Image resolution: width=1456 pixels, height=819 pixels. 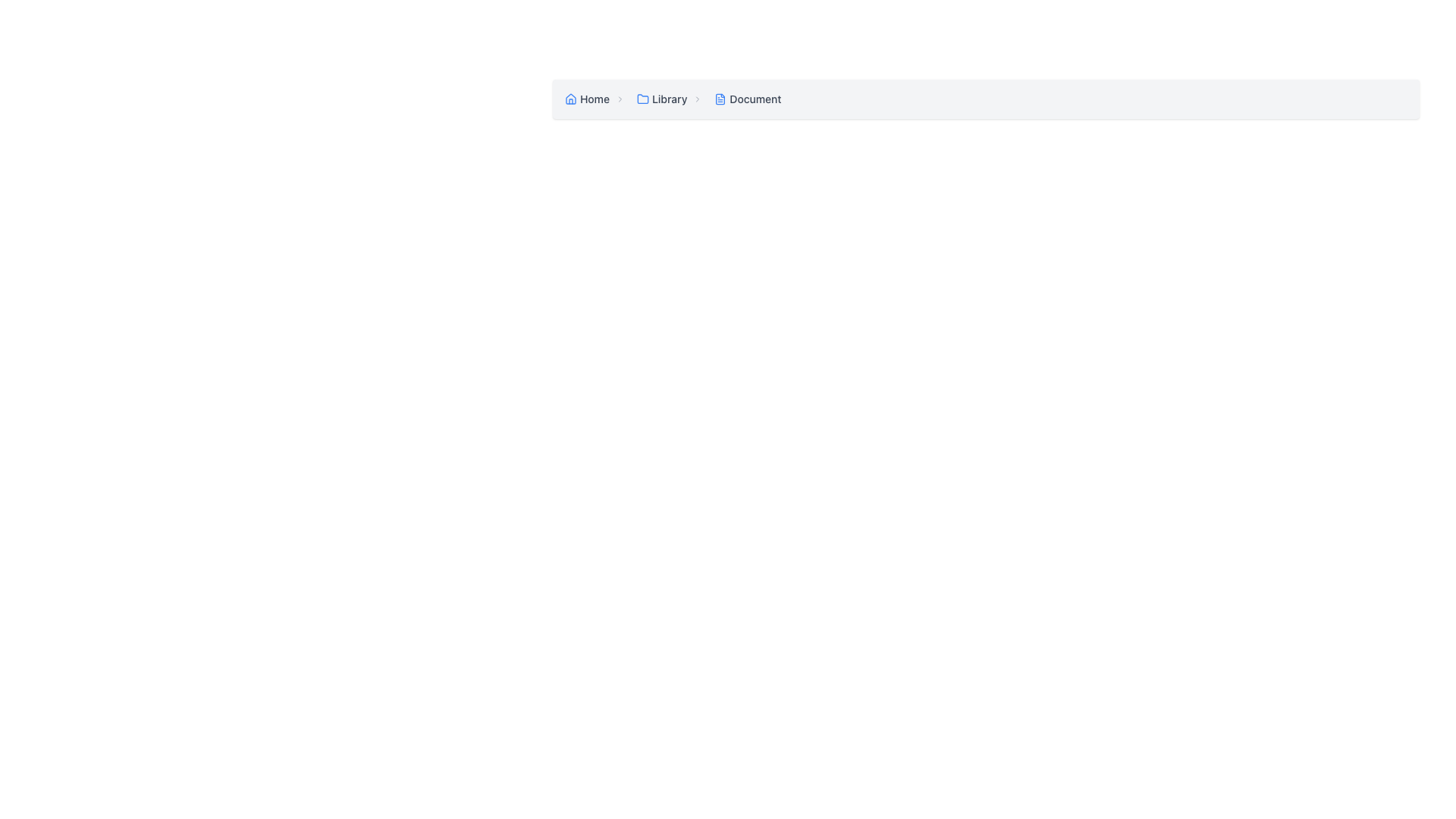 I want to click on the main body of the file icon graphic located within the breadcrumb navigation section to the right of the 'Library' folder icon, so click(x=720, y=99).